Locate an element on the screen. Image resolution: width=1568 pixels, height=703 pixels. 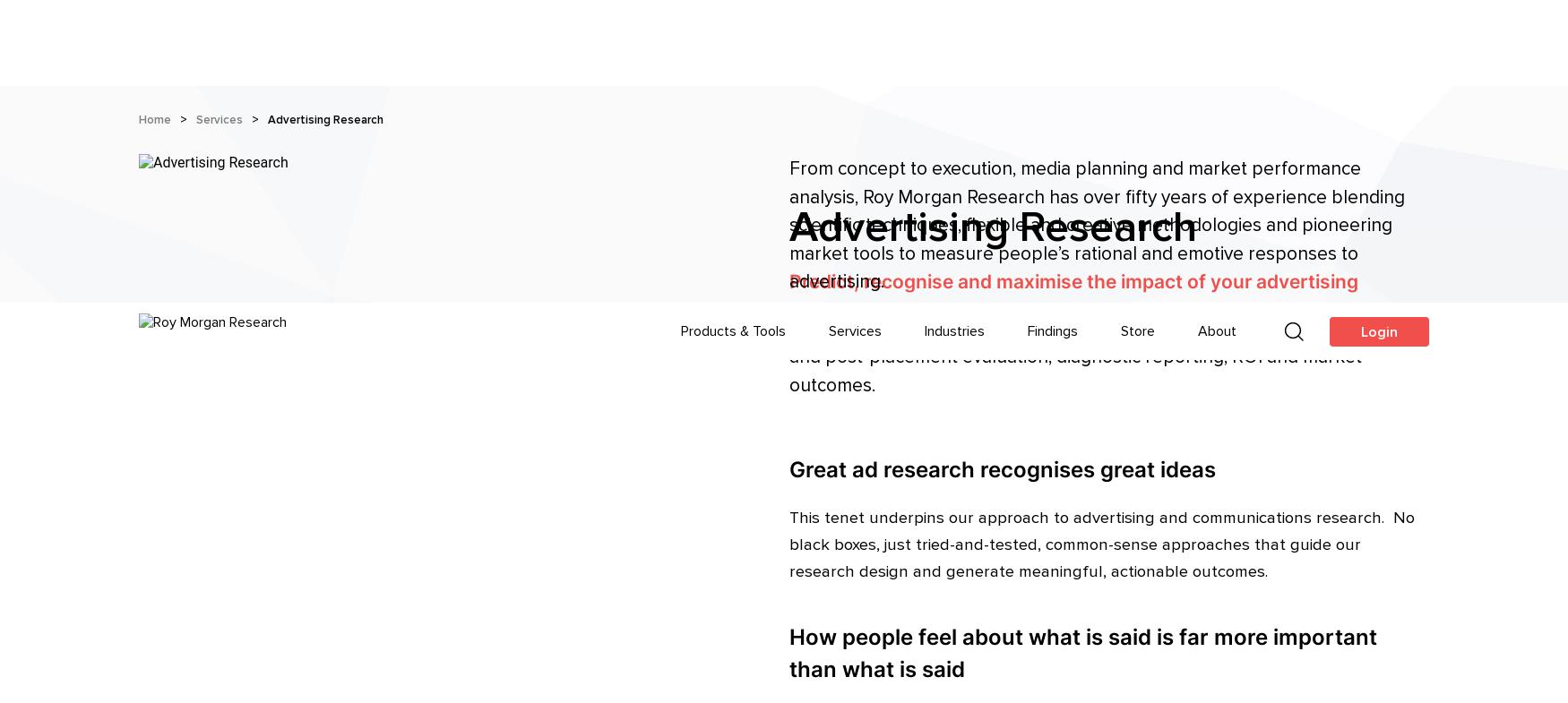
'How people feel about what is said is far more important than what is said' is located at coordinates (788, 349).